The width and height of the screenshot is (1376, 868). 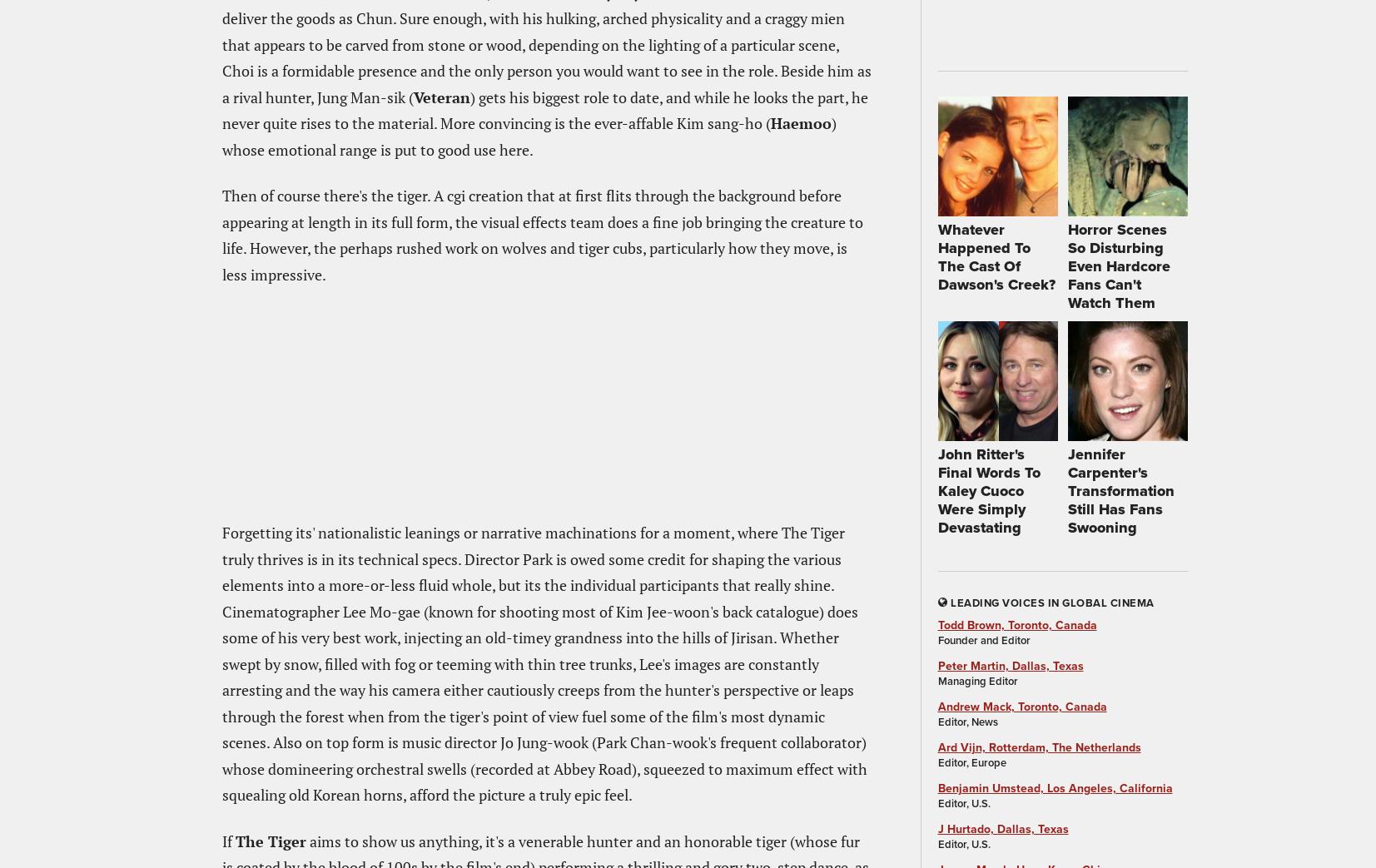 What do you see at coordinates (1002, 828) in the screenshot?
I see `'J Hurtado, Dallas, Texas'` at bounding box center [1002, 828].